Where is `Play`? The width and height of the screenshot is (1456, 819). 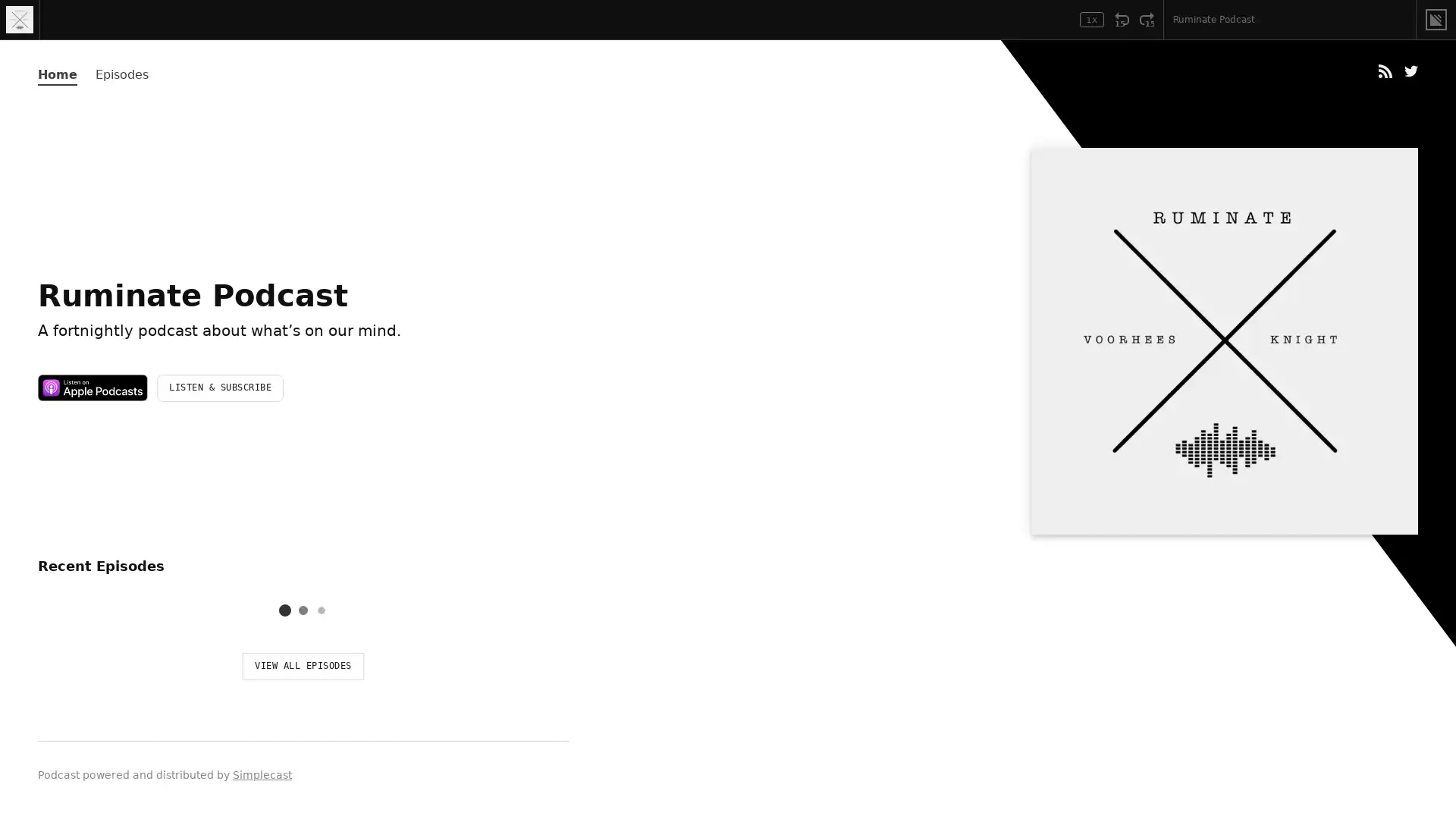 Play is located at coordinates (58, 20).